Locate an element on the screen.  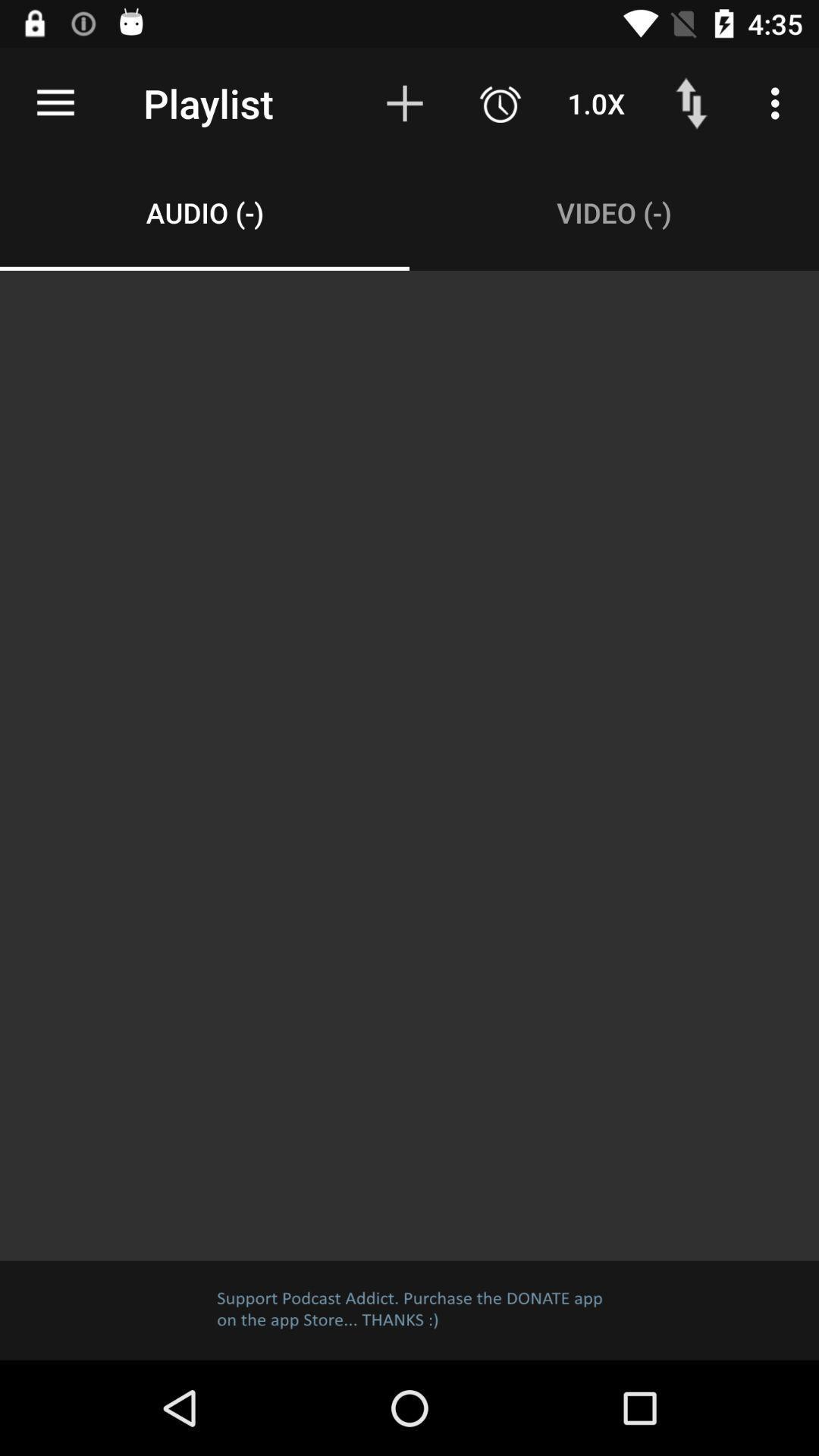
item below audio (-) item is located at coordinates (409, 765).